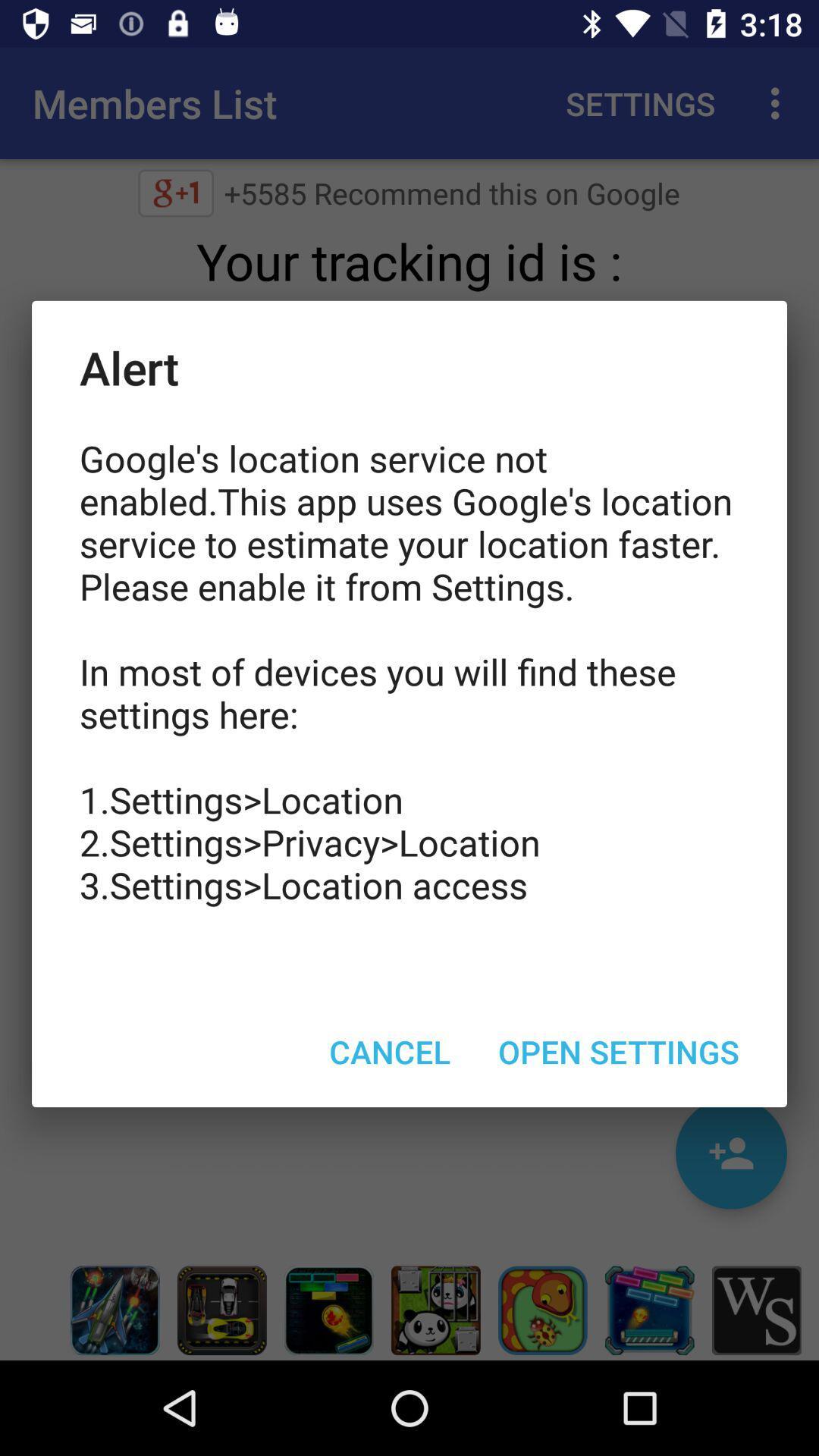 The height and width of the screenshot is (1456, 819). What do you see at coordinates (619, 1050) in the screenshot?
I see `icon to the right of the cancel item` at bounding box center [619, 1050].